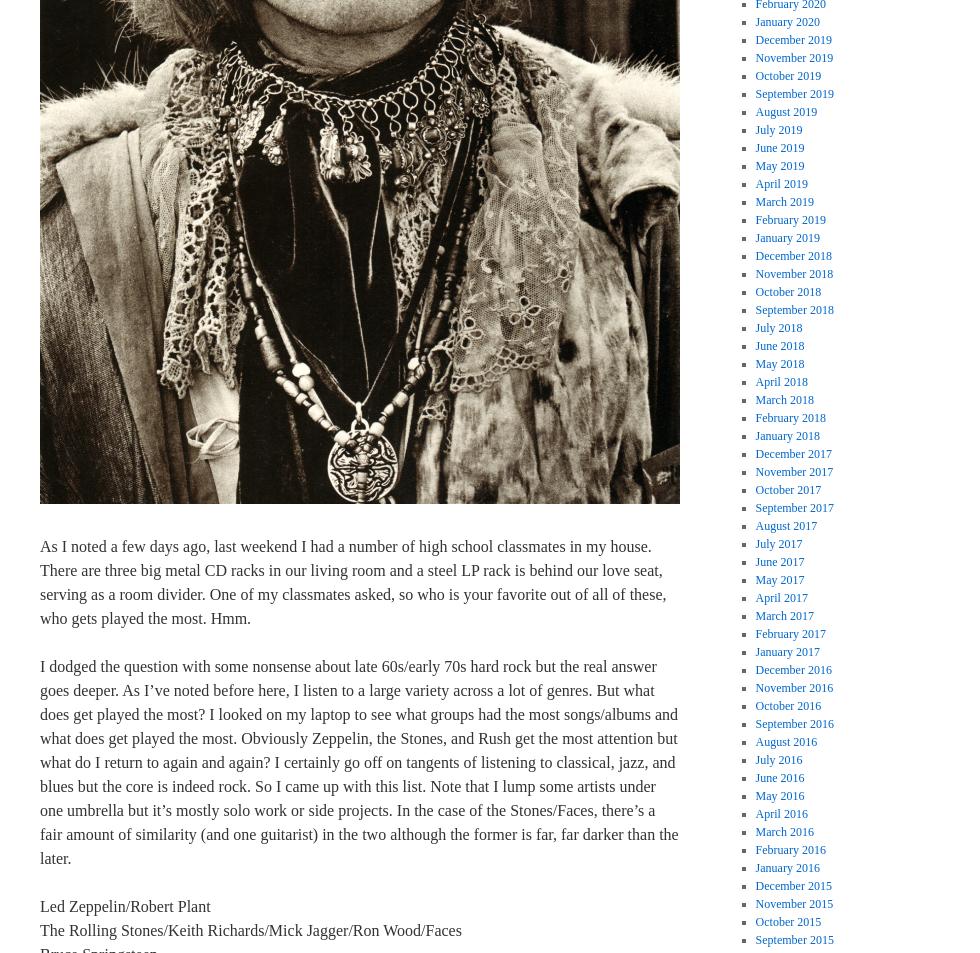  I want to click on 'May 2018', so click(779, 363).